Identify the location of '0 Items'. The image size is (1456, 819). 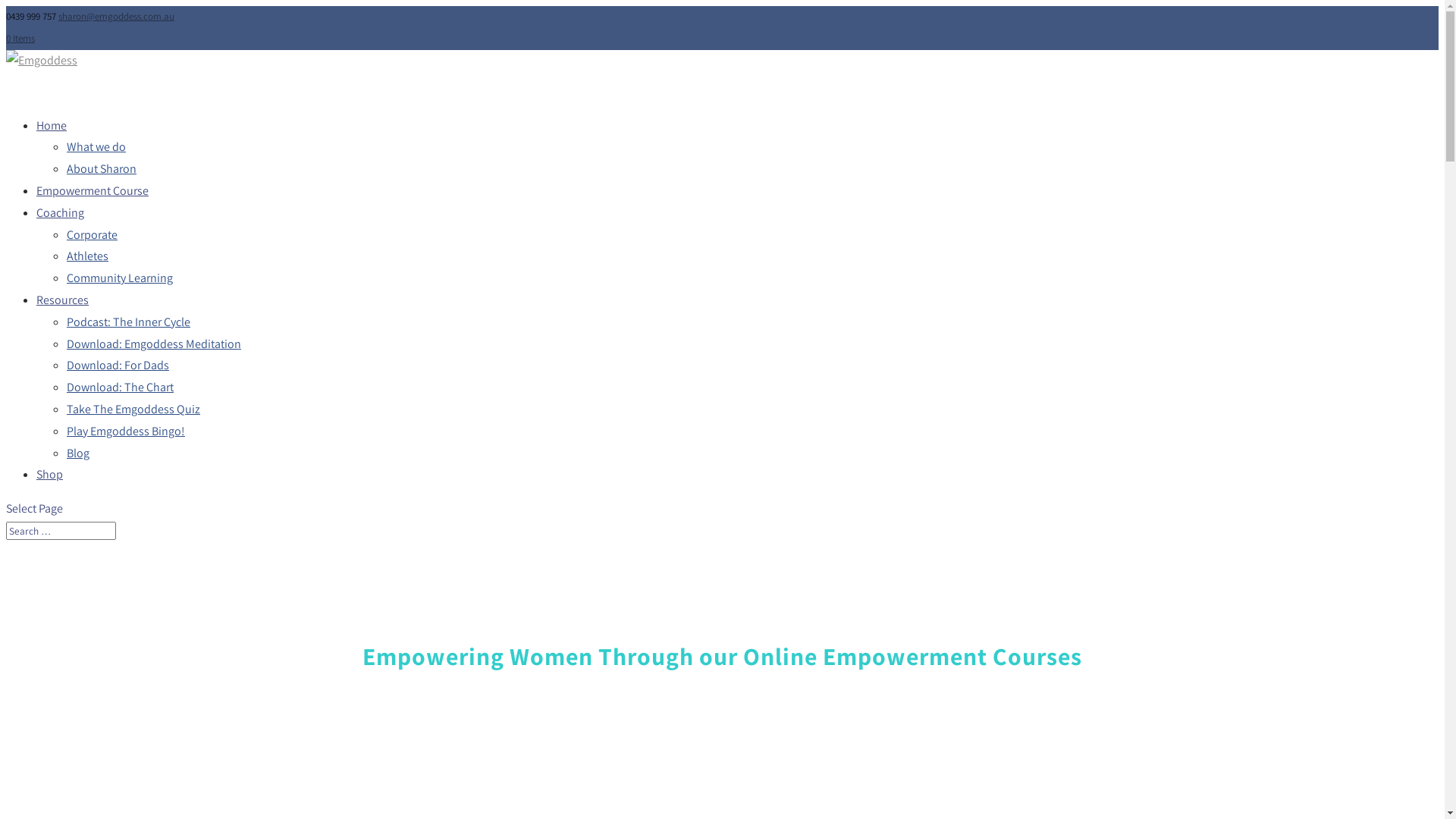
(20, 37).